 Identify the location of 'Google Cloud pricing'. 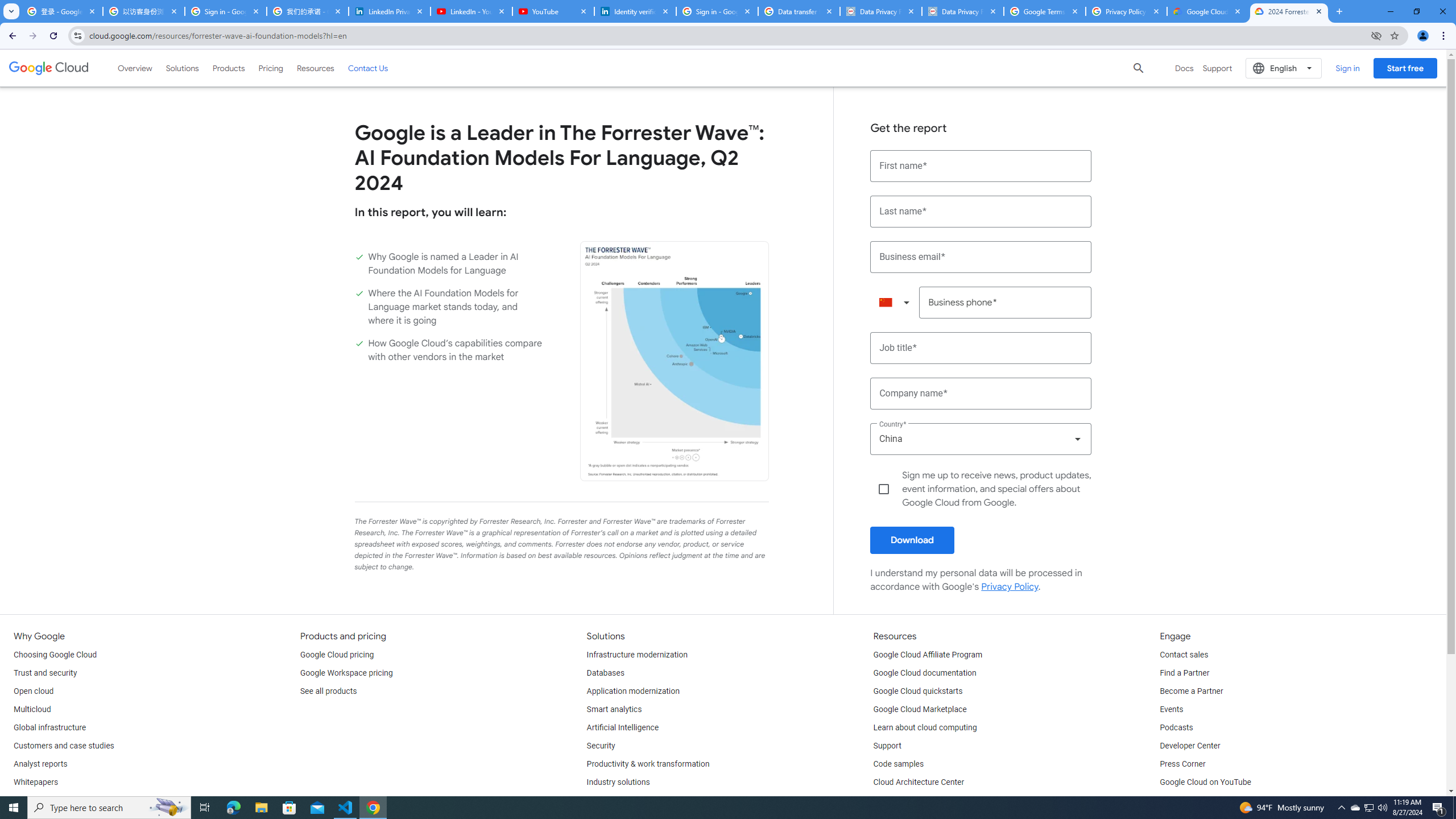
(336, 655).